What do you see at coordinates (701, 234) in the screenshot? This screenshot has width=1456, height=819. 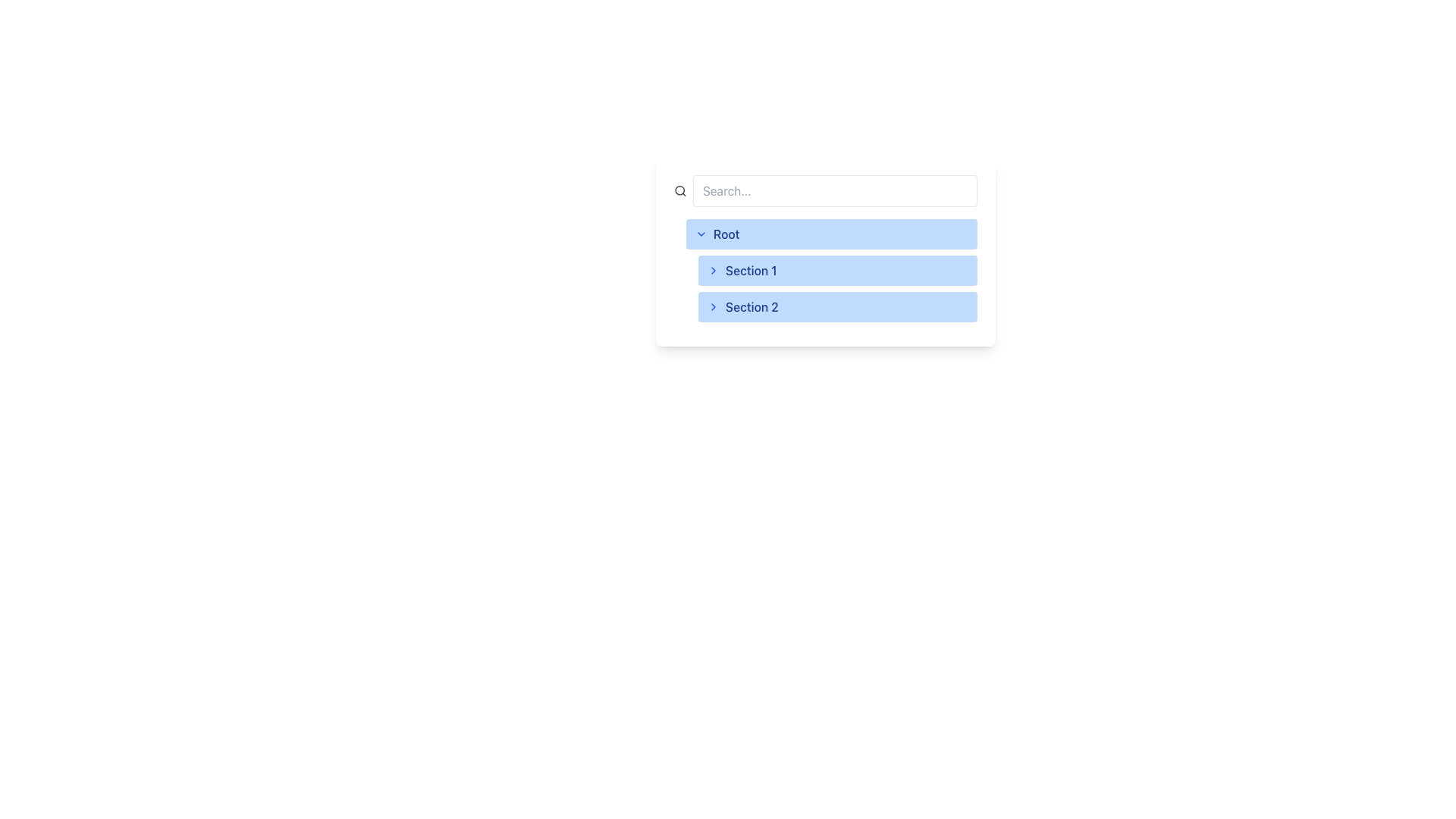 I see `the icon located to the left of the text 'Root'` at bounding box center [701, 234].